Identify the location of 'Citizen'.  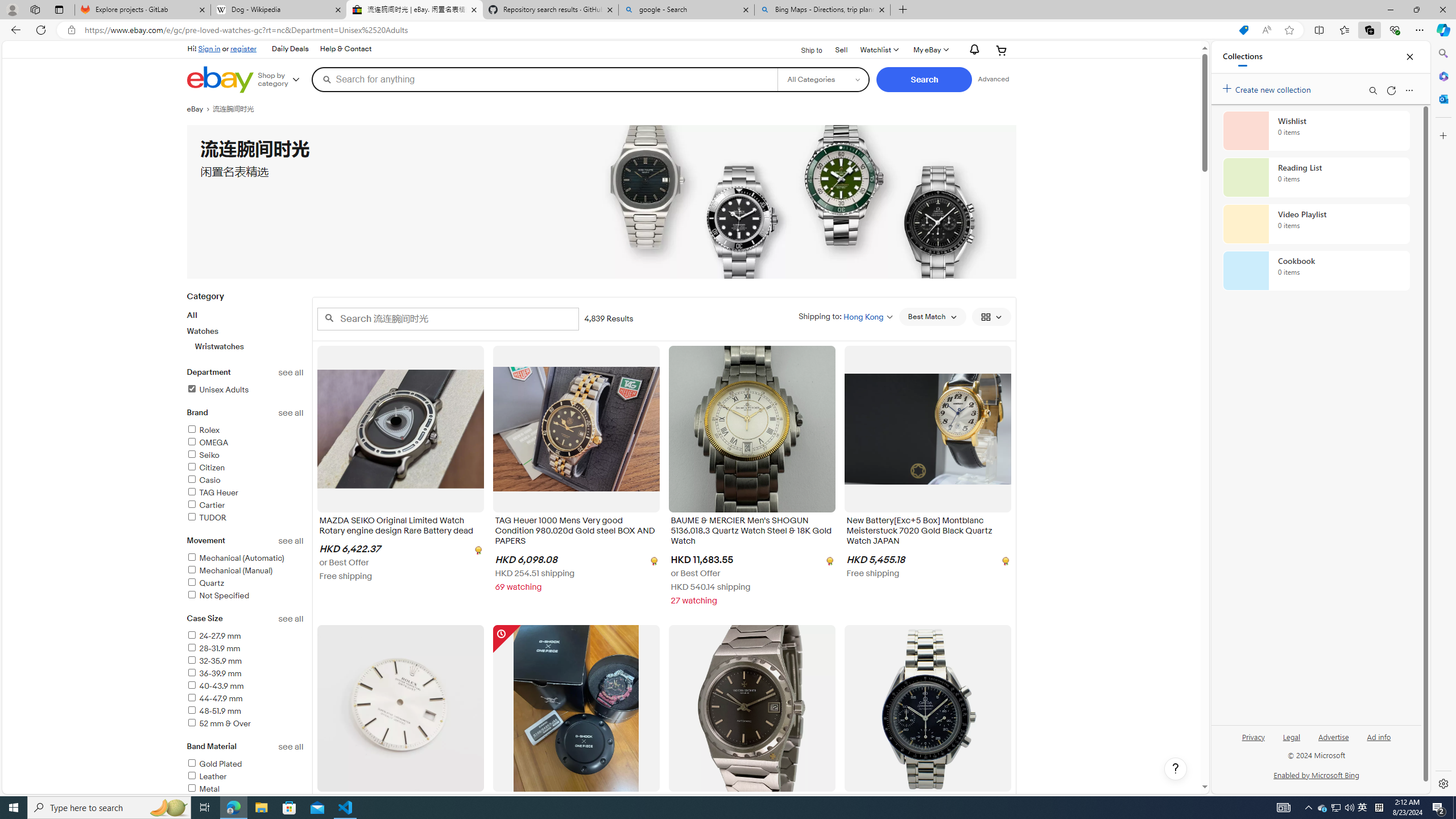
(245, 468).